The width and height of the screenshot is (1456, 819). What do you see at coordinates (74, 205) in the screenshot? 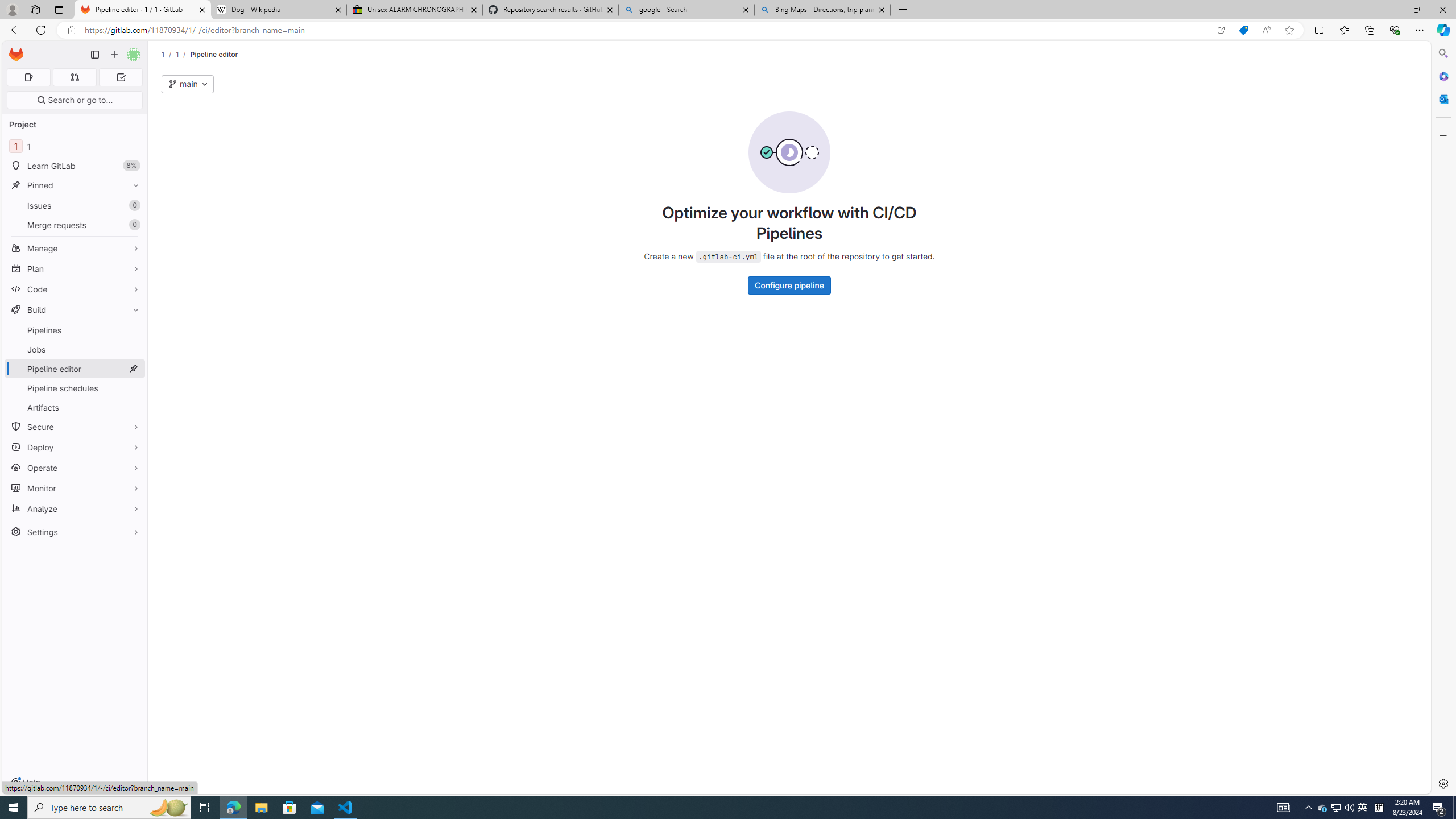
I see `'Issues0'` at bounding box center [74, 205].